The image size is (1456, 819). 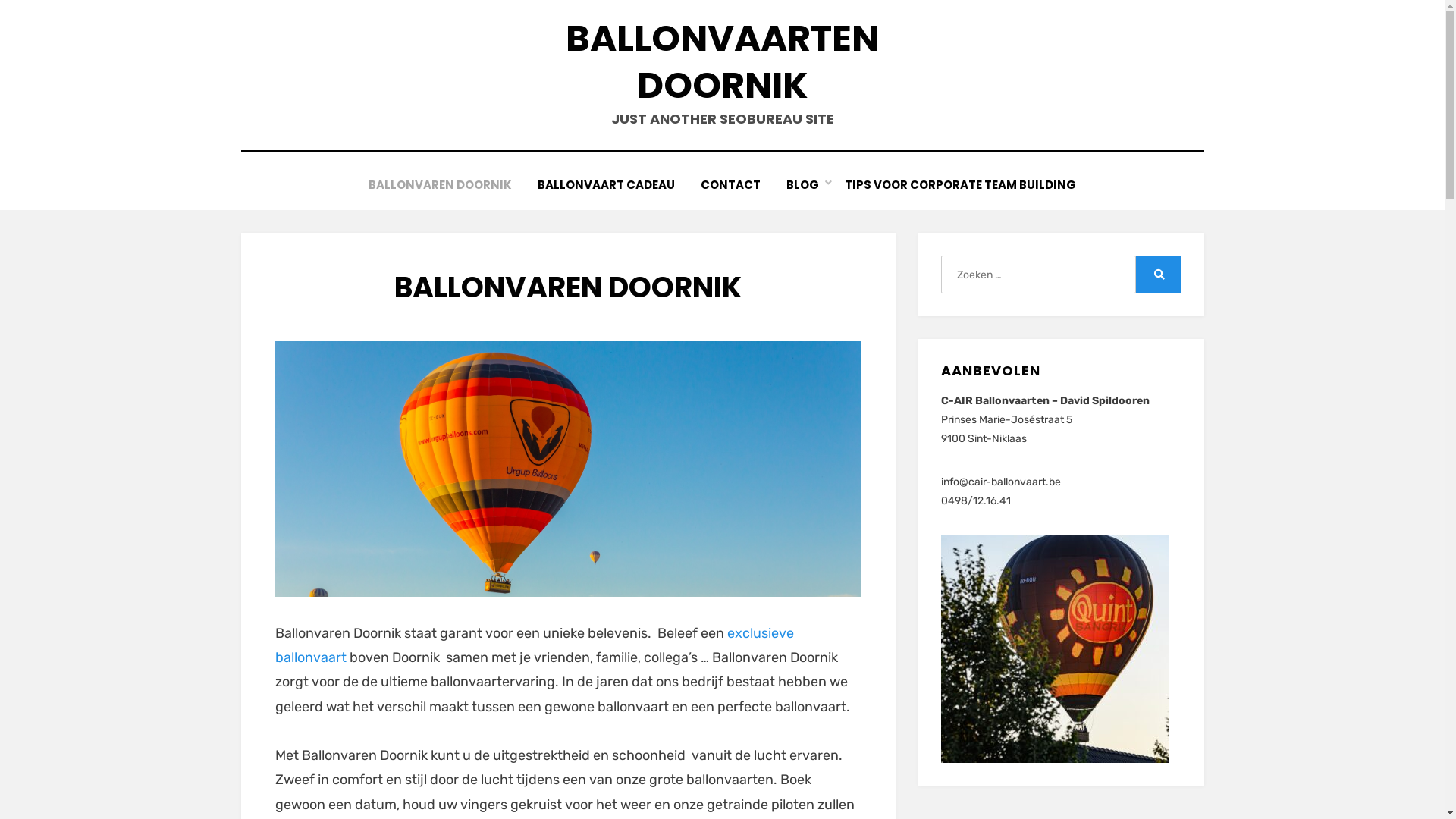 I want to click on 'BLOG', so click(x=802, y=184).